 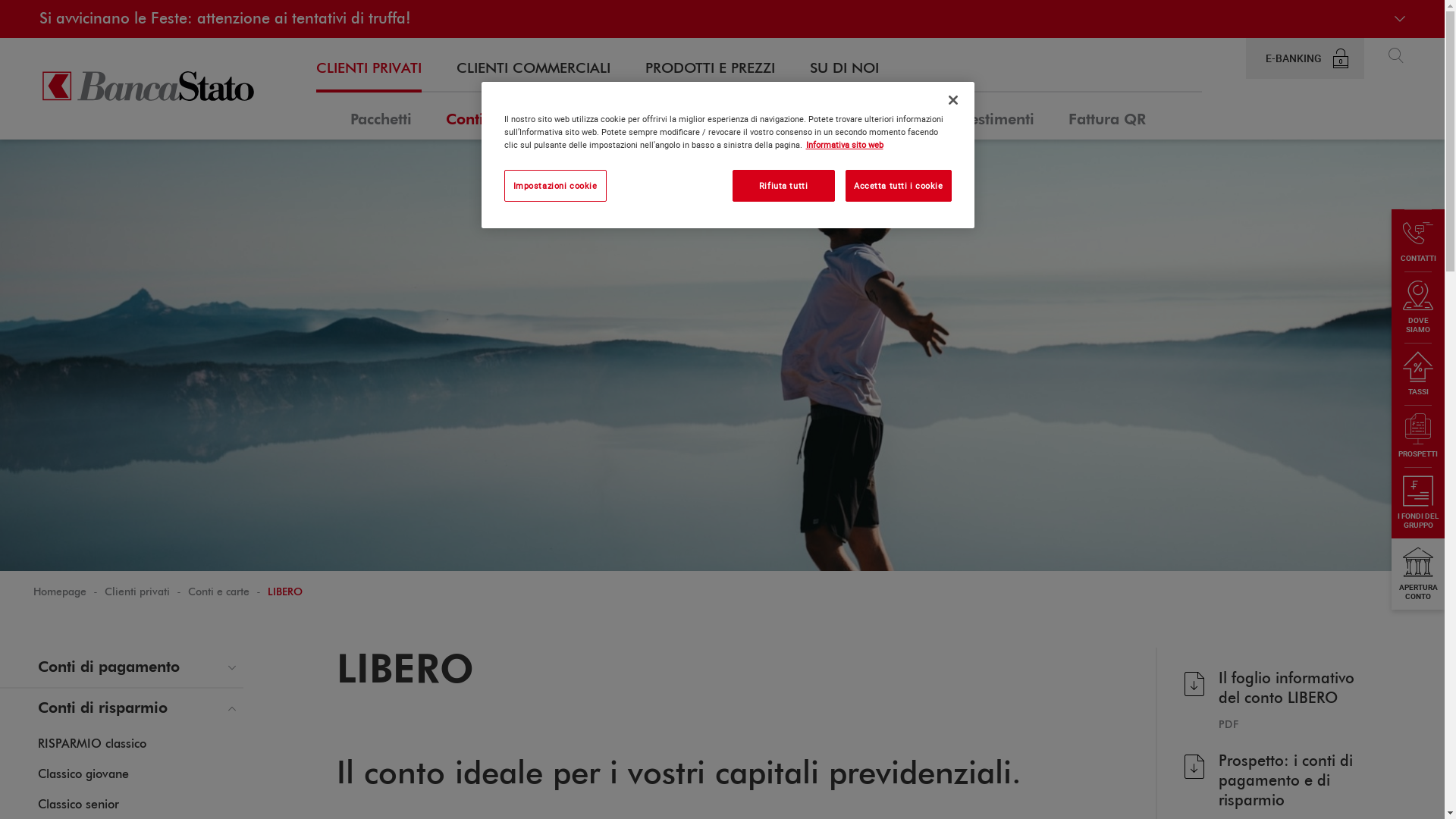 I want to click on 'Pacchetti', so click(x=349, y=115).